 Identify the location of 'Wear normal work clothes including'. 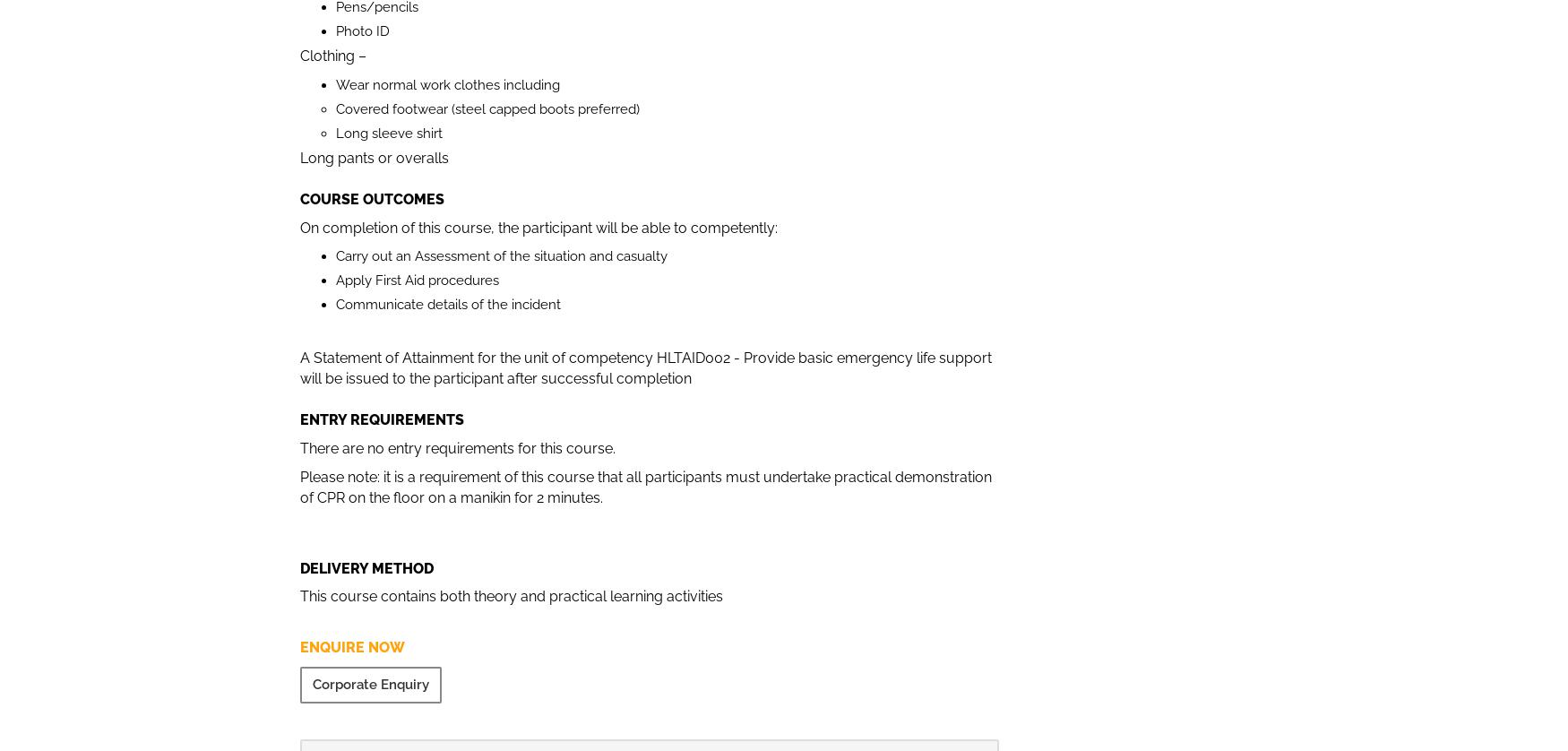
(447, 84).